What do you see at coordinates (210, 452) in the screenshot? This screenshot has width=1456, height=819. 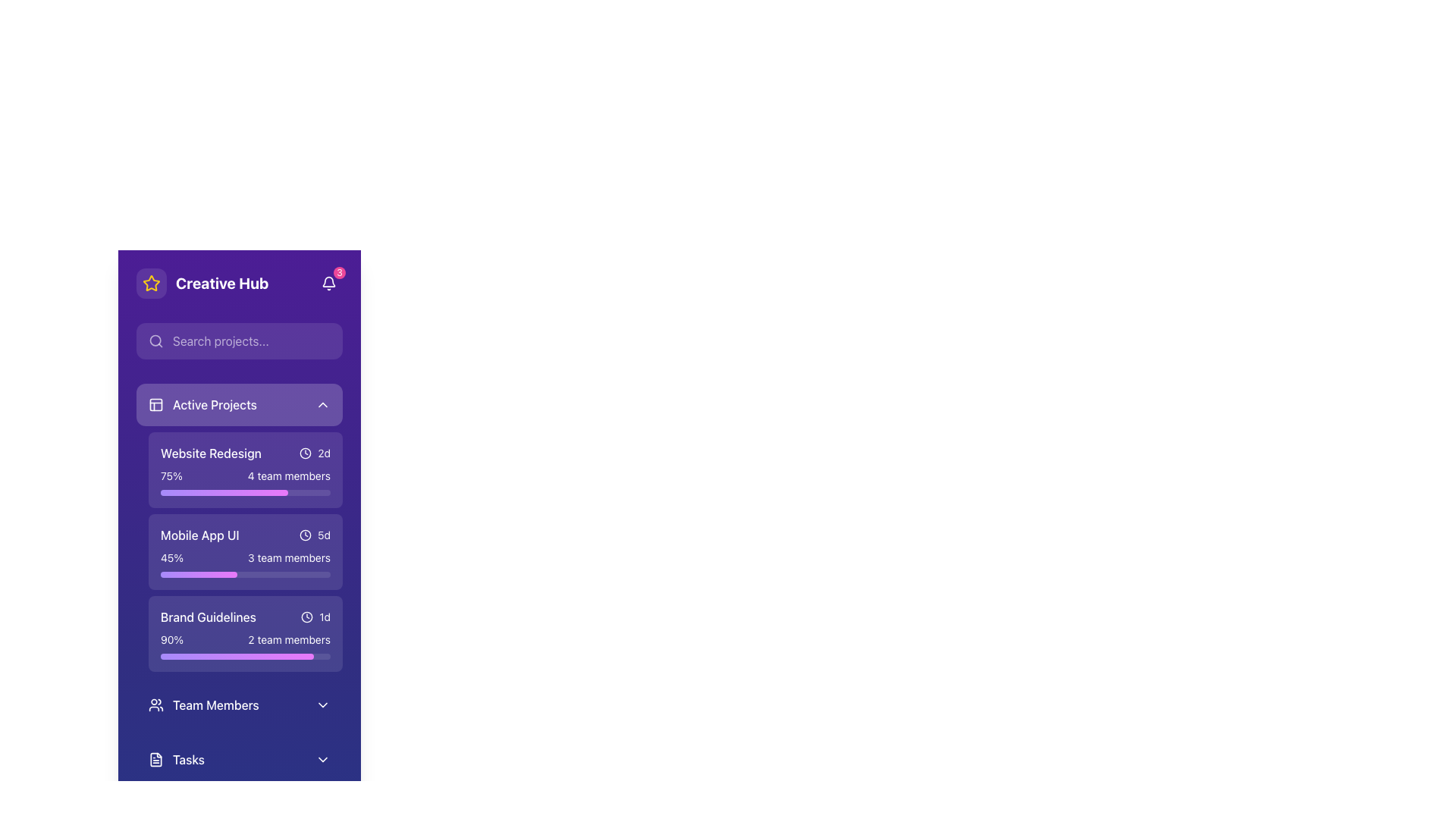 I see `the 'Website Redesign' text label in the 'Active Projects' section of the sidebar` at bounding box center [210, 452].